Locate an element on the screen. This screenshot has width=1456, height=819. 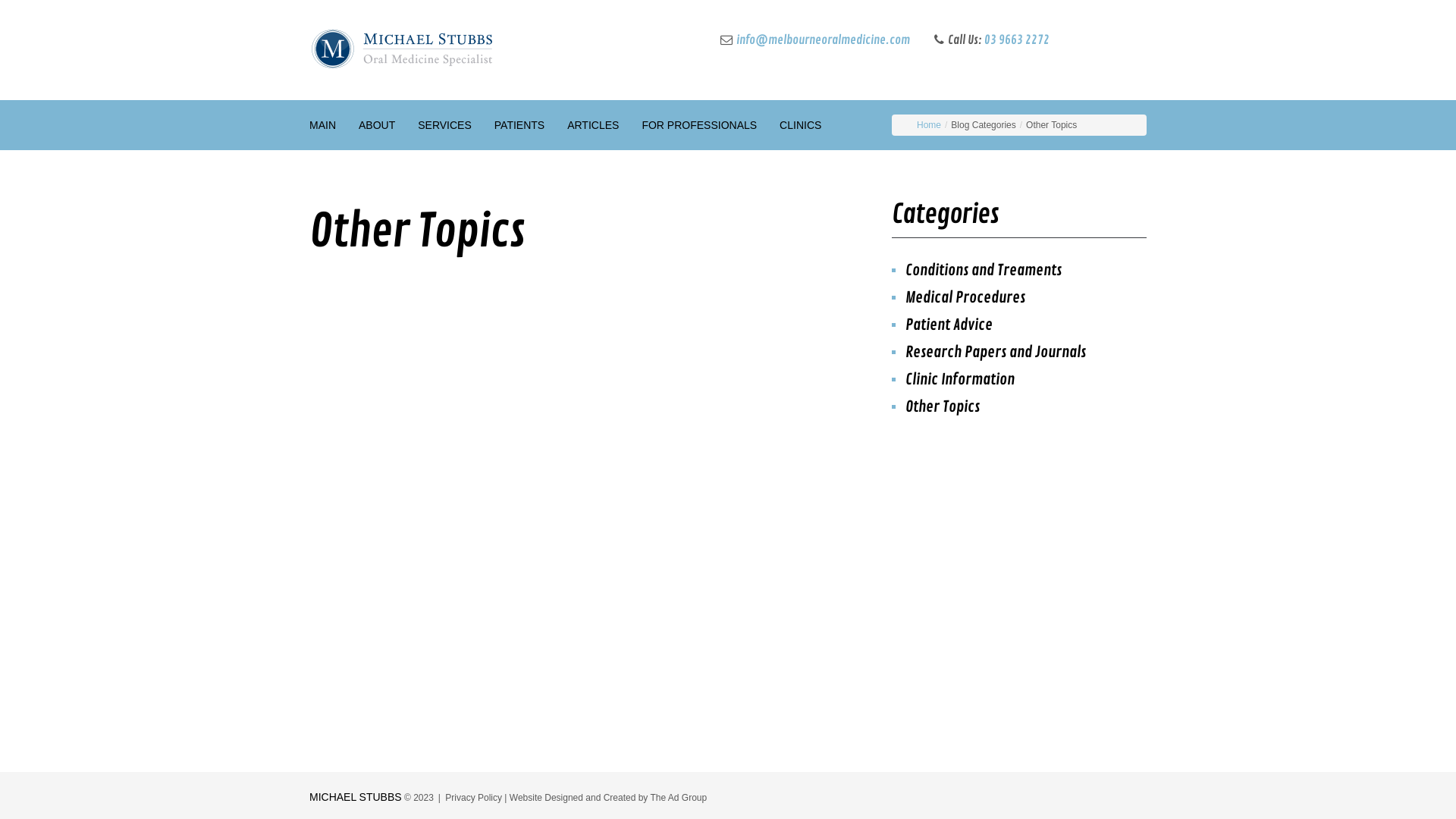
'PATIENTS' is located at coordinates (519, 124).